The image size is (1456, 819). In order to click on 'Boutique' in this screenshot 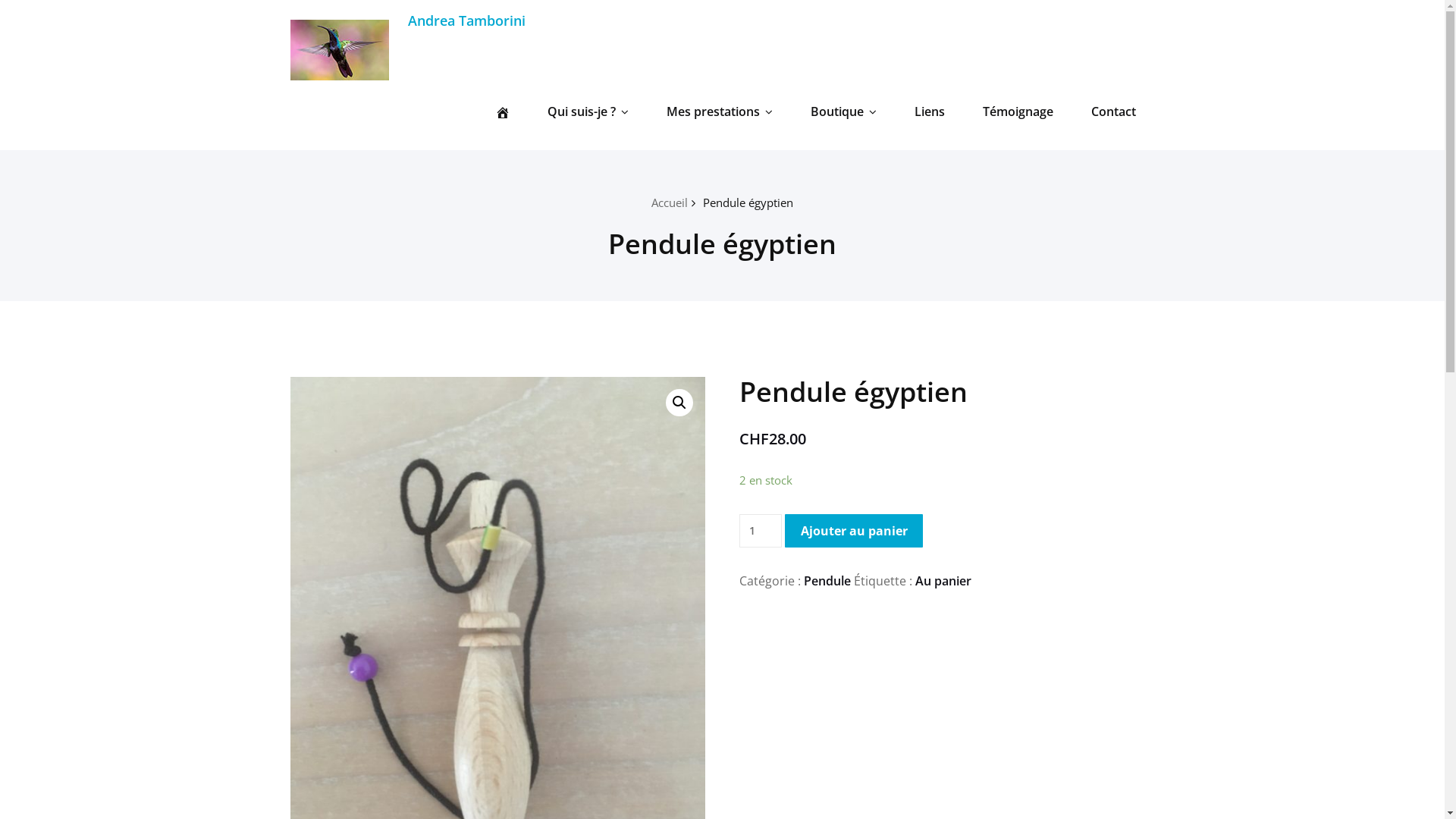, I will do `click(843, 110)`.